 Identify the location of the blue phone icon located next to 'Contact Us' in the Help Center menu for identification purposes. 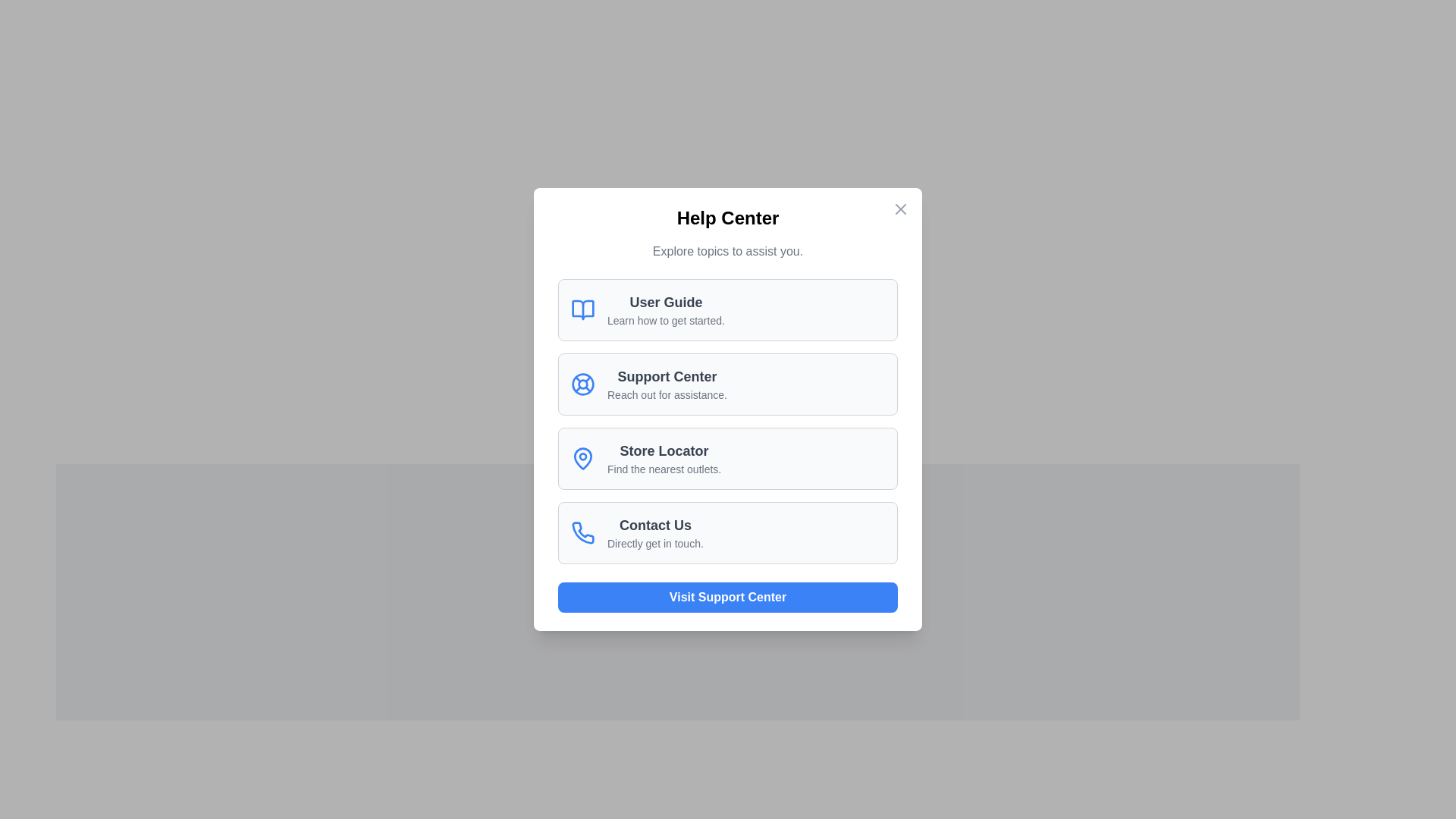
(582, 532).